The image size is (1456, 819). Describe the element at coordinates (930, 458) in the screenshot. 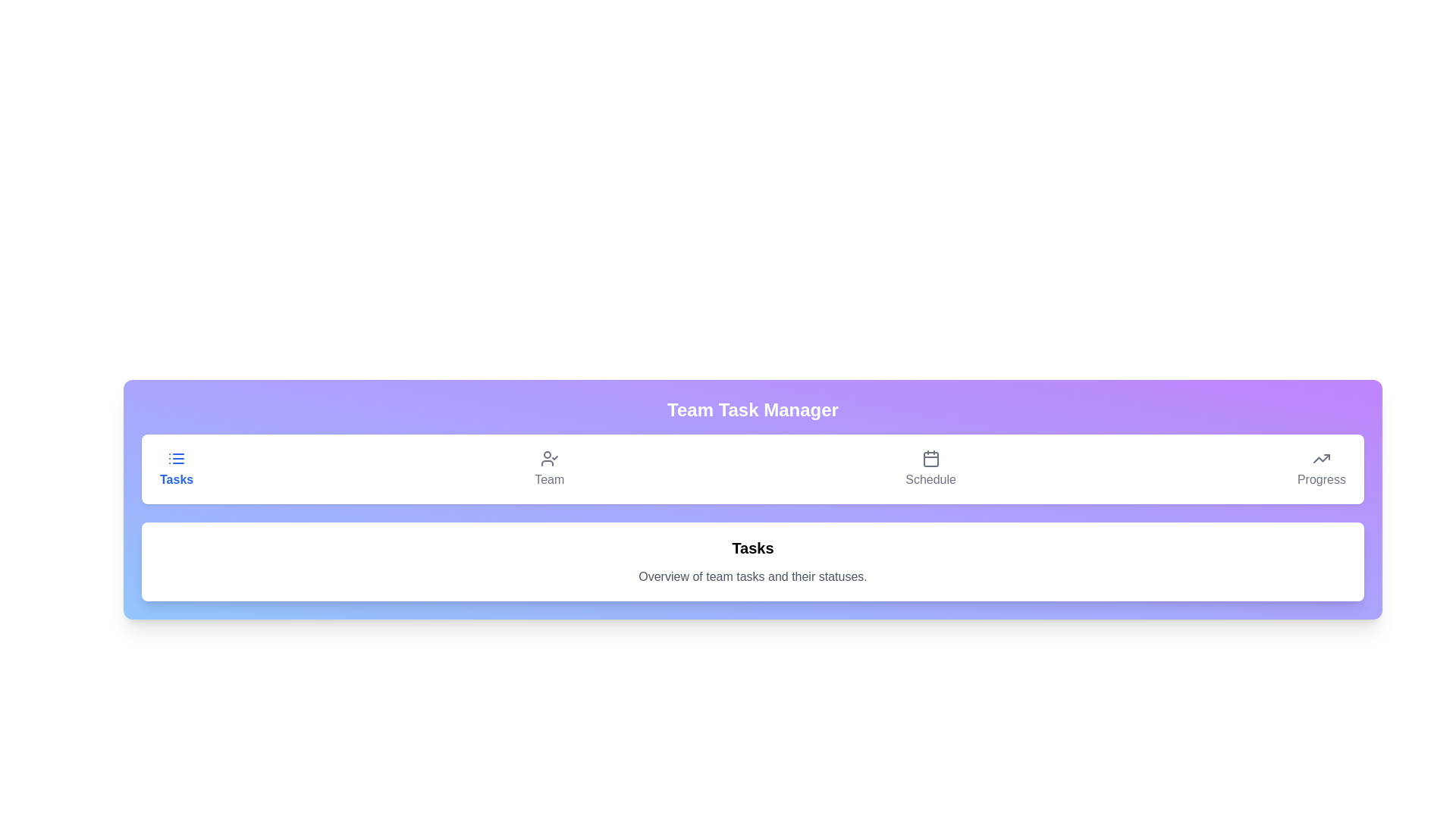

I see `the minimalist calendar icon located above the 'Schedule' text in the horizontal menu bar` at that location.